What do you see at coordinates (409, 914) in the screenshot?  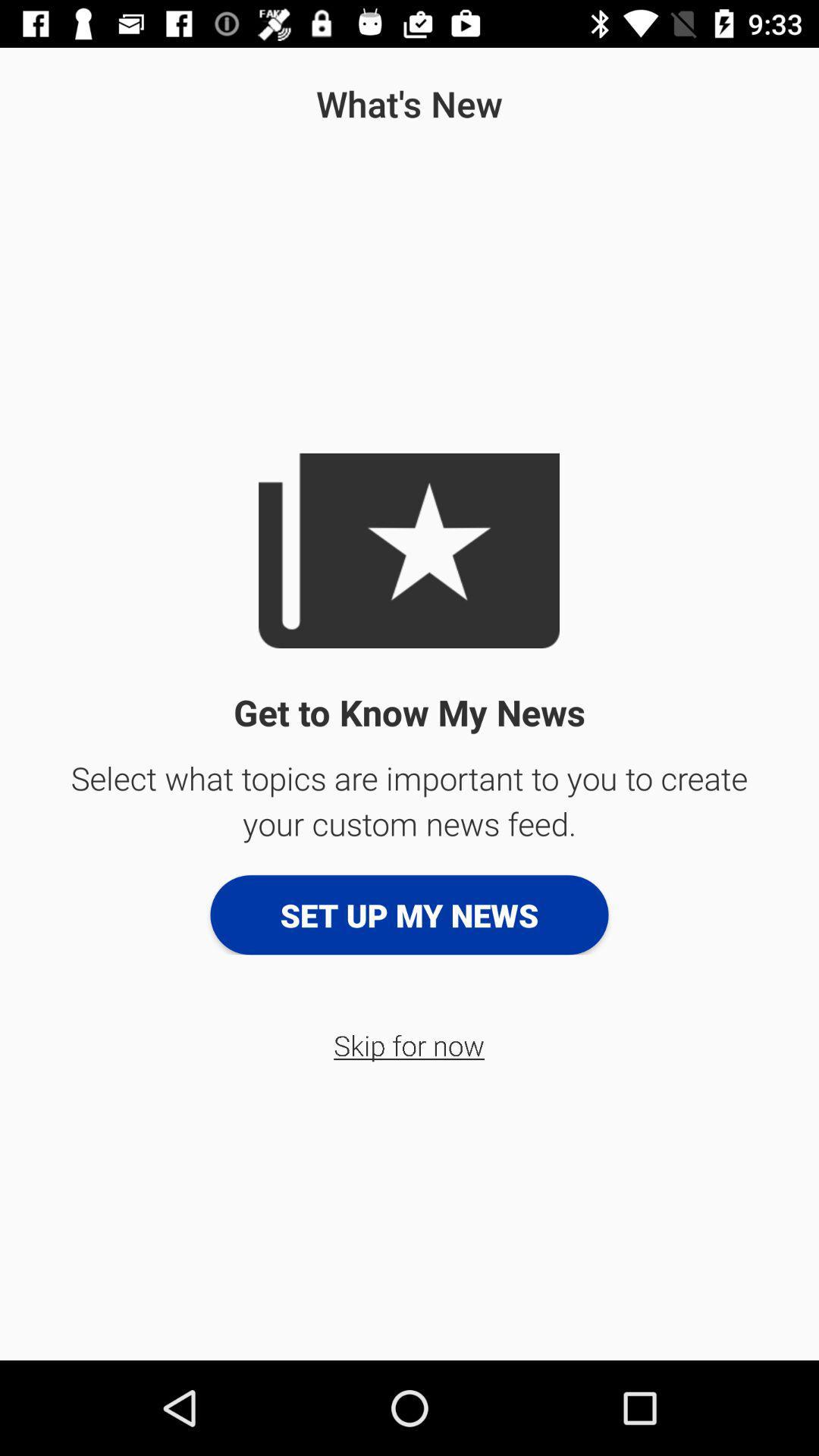 I see `the set up my button` at bounding box center [409, 914].